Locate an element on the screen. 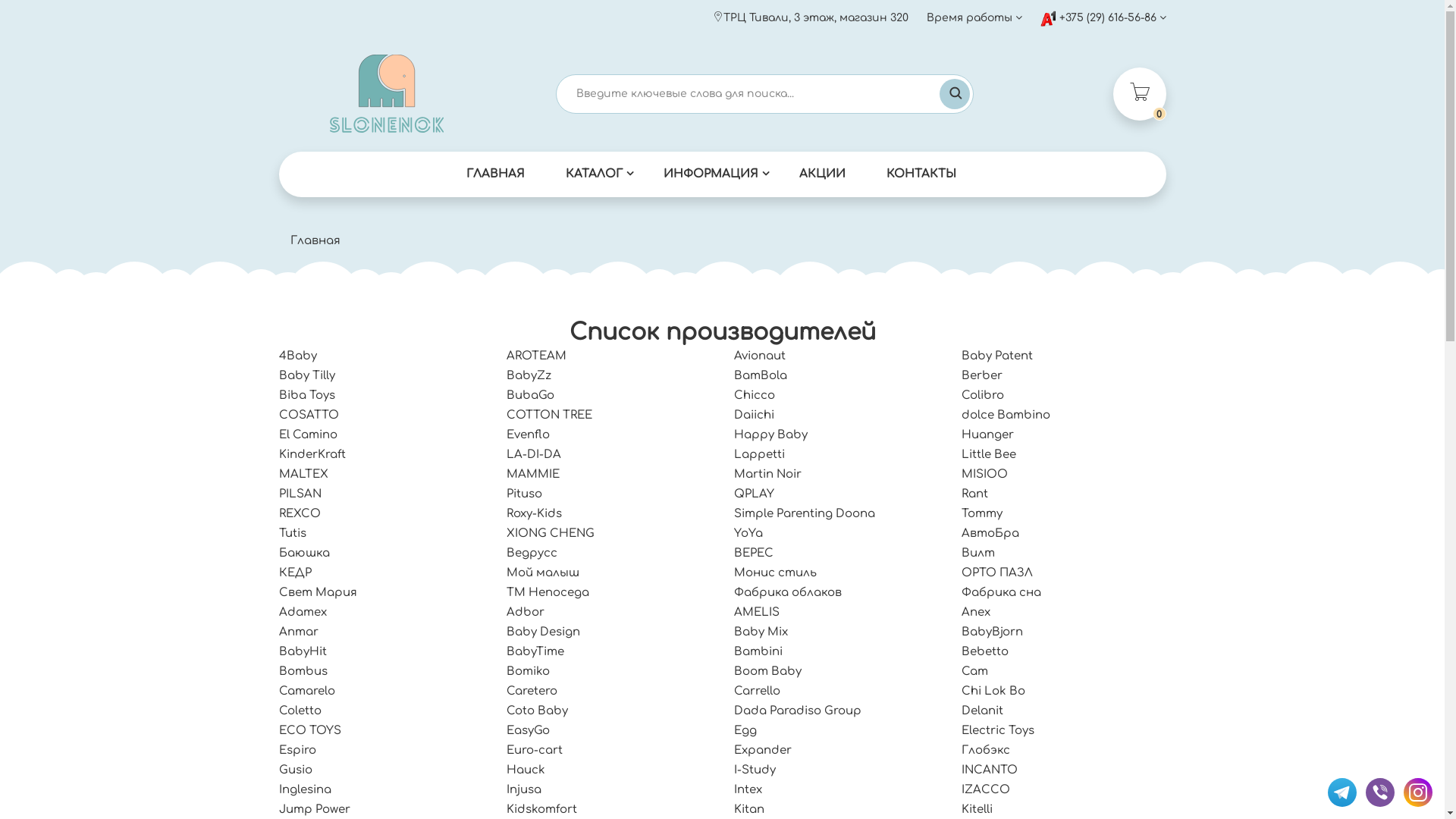  'Gusio' is located at coordinates (279, 770).